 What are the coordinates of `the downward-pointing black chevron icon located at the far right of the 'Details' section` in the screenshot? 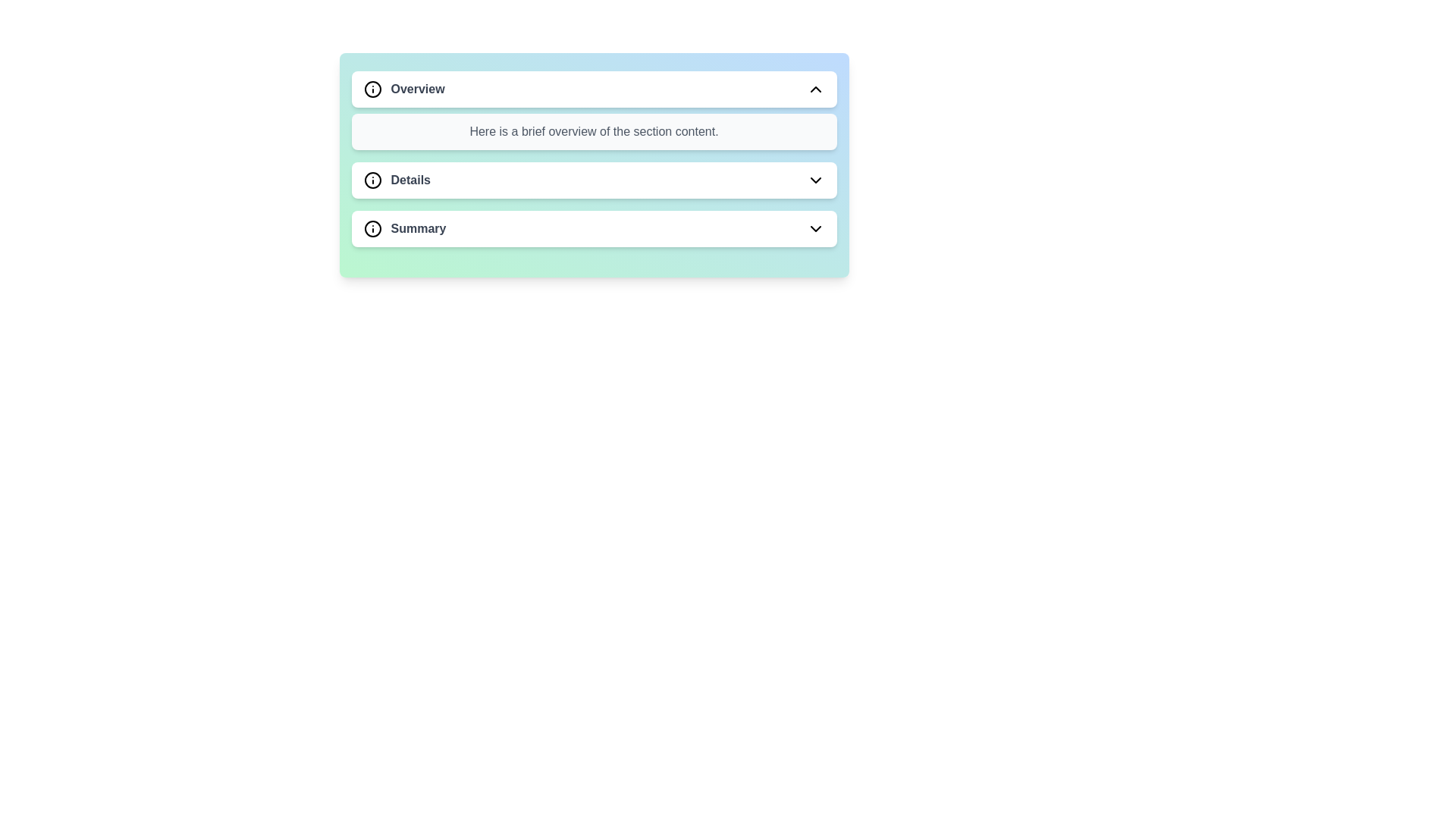 It's located at (814, 180).